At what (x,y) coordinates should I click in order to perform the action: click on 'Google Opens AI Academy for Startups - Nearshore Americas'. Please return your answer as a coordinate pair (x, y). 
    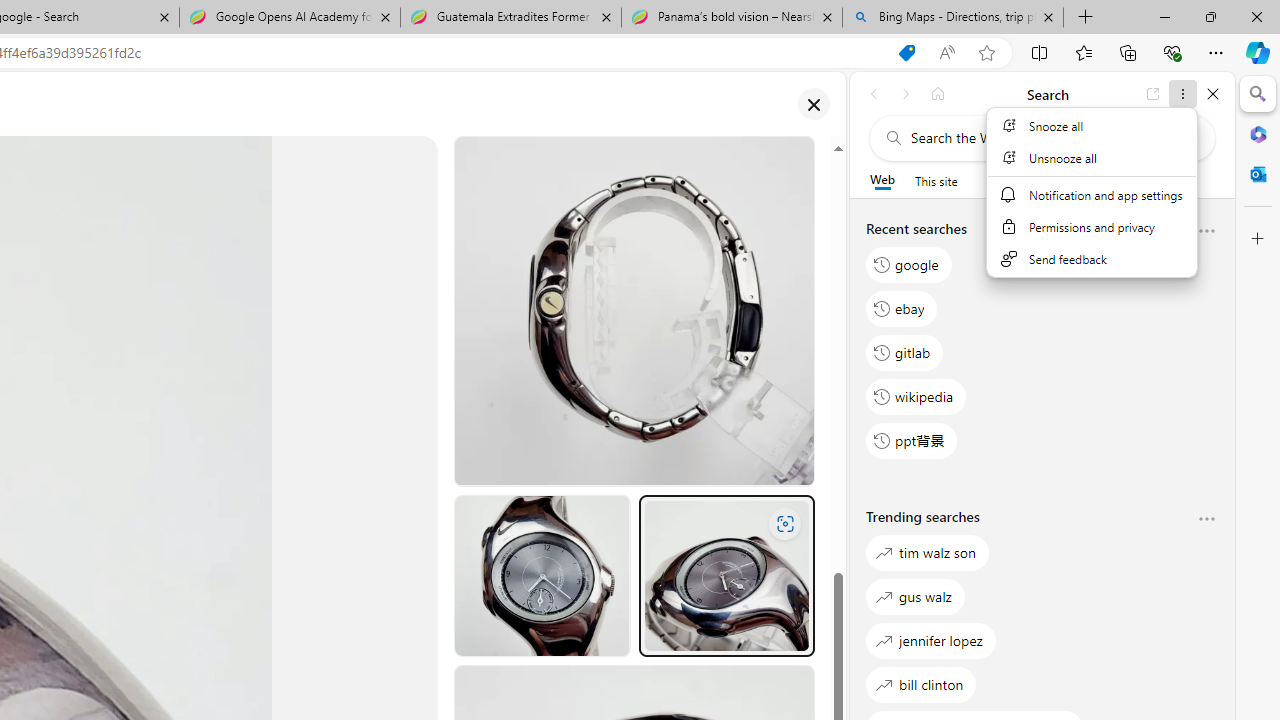
    Looking at the image, I should click on (289, 17).